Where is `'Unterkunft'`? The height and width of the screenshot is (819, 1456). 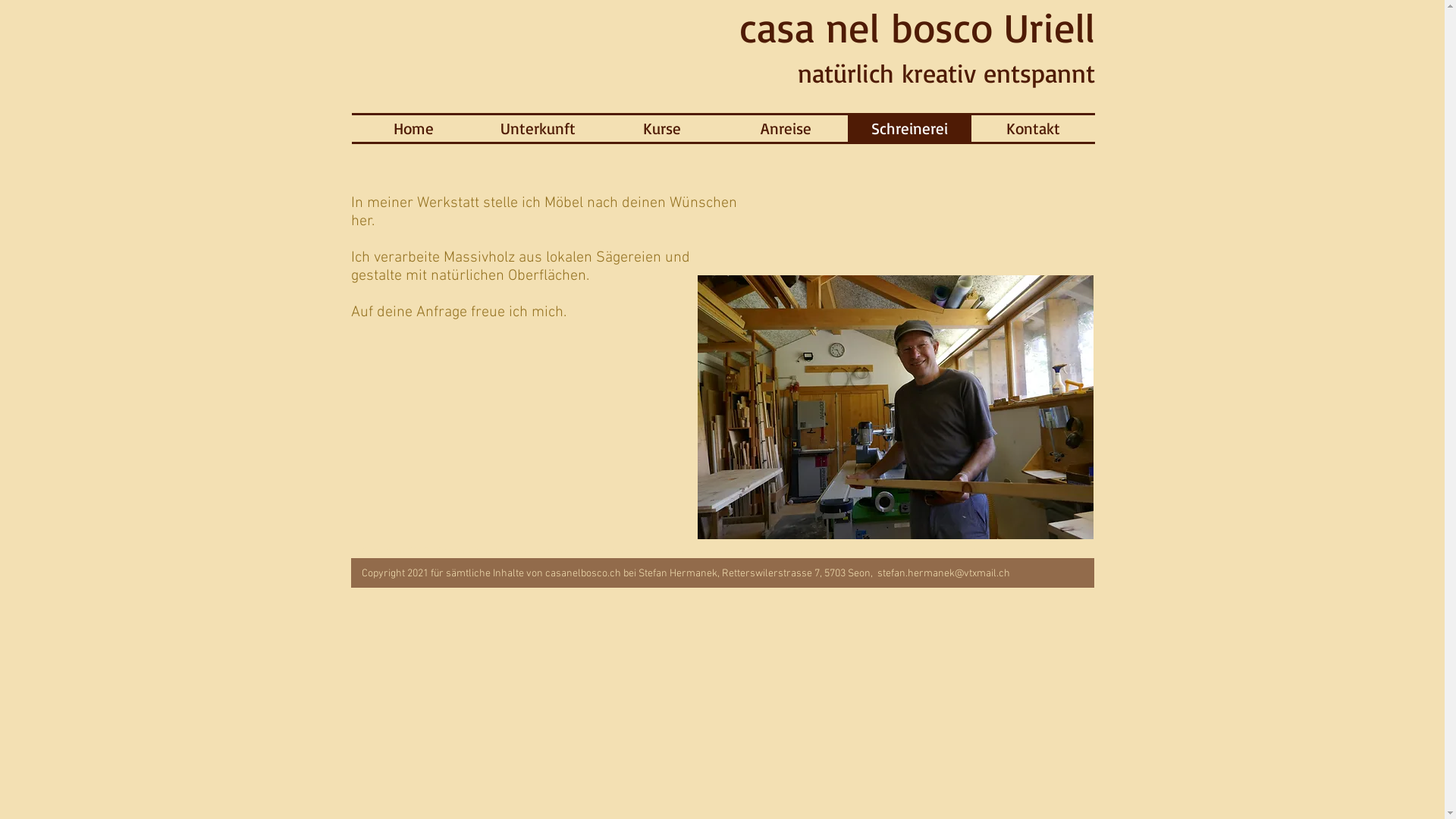
'Unterkunft' is located at coordinates (475, 127).